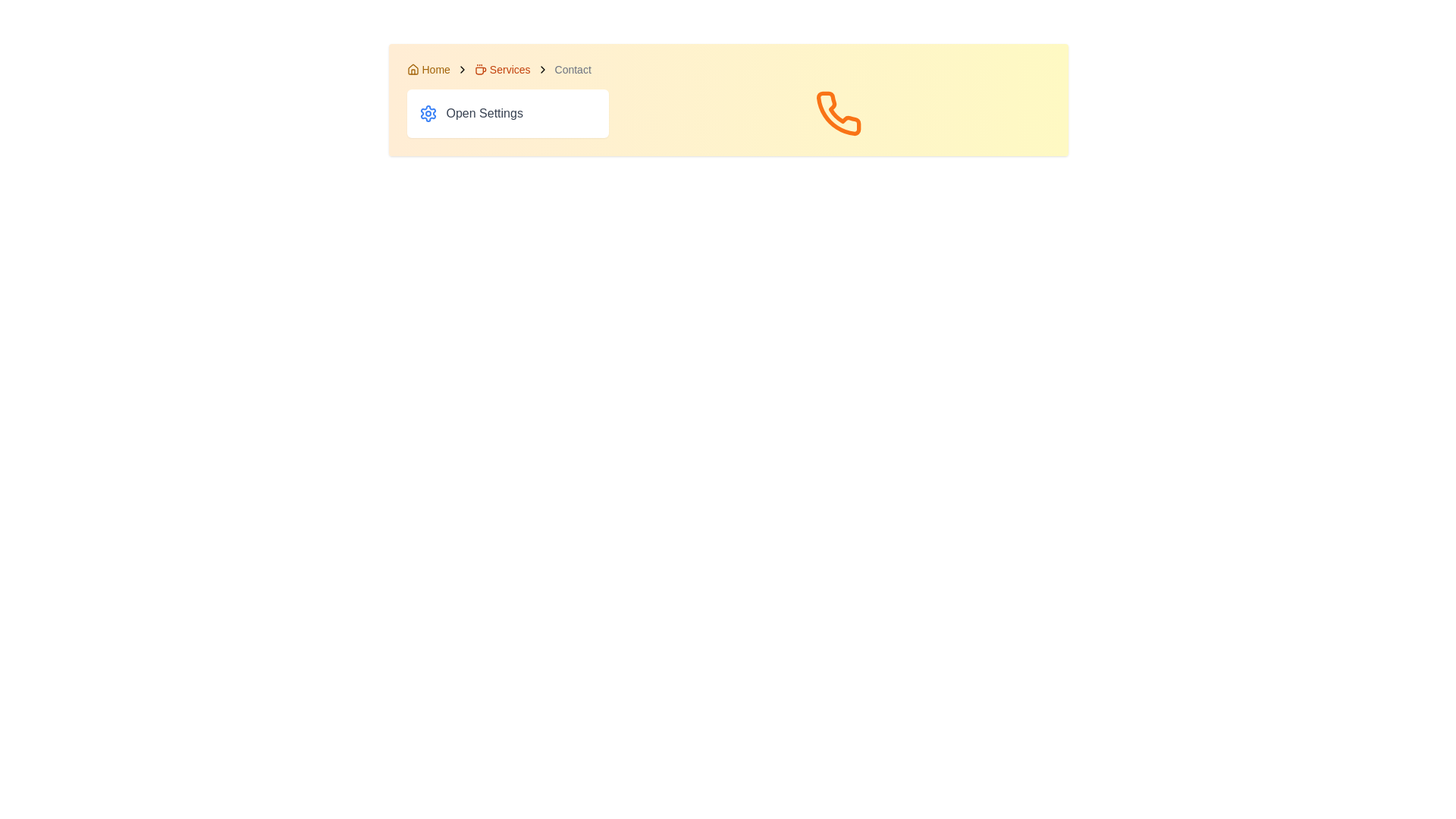  What do you see at coordinates (461, 70) in the screenshot?
I see `the right-facing chevron icon in the breadcrumb navigation bar, which is positioned between the 'Home' and 'Services' text links` at bounding box center [461, 70].